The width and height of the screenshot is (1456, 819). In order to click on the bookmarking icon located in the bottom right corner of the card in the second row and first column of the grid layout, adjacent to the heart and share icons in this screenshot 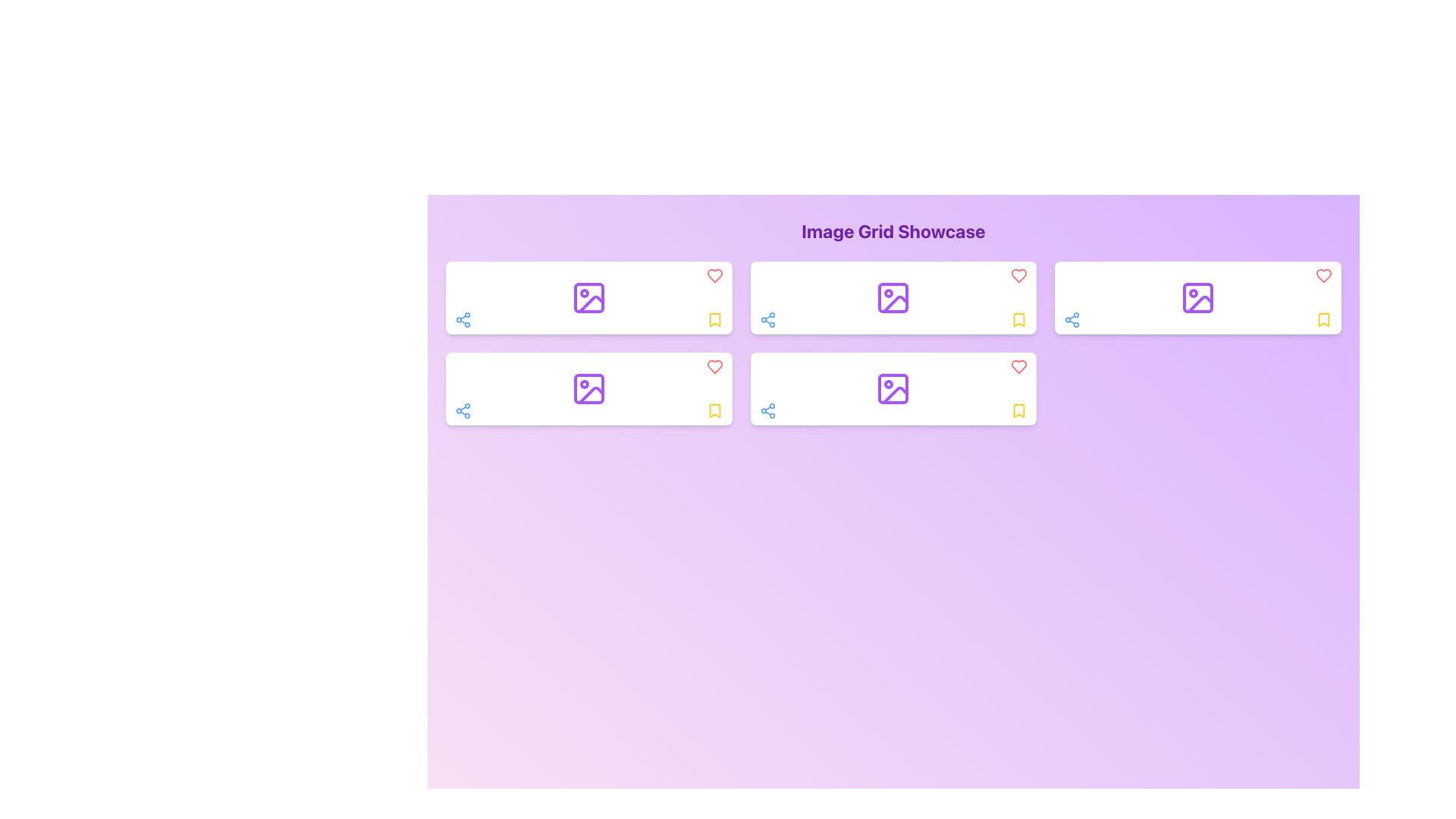, I will do `click(714, 318)`.